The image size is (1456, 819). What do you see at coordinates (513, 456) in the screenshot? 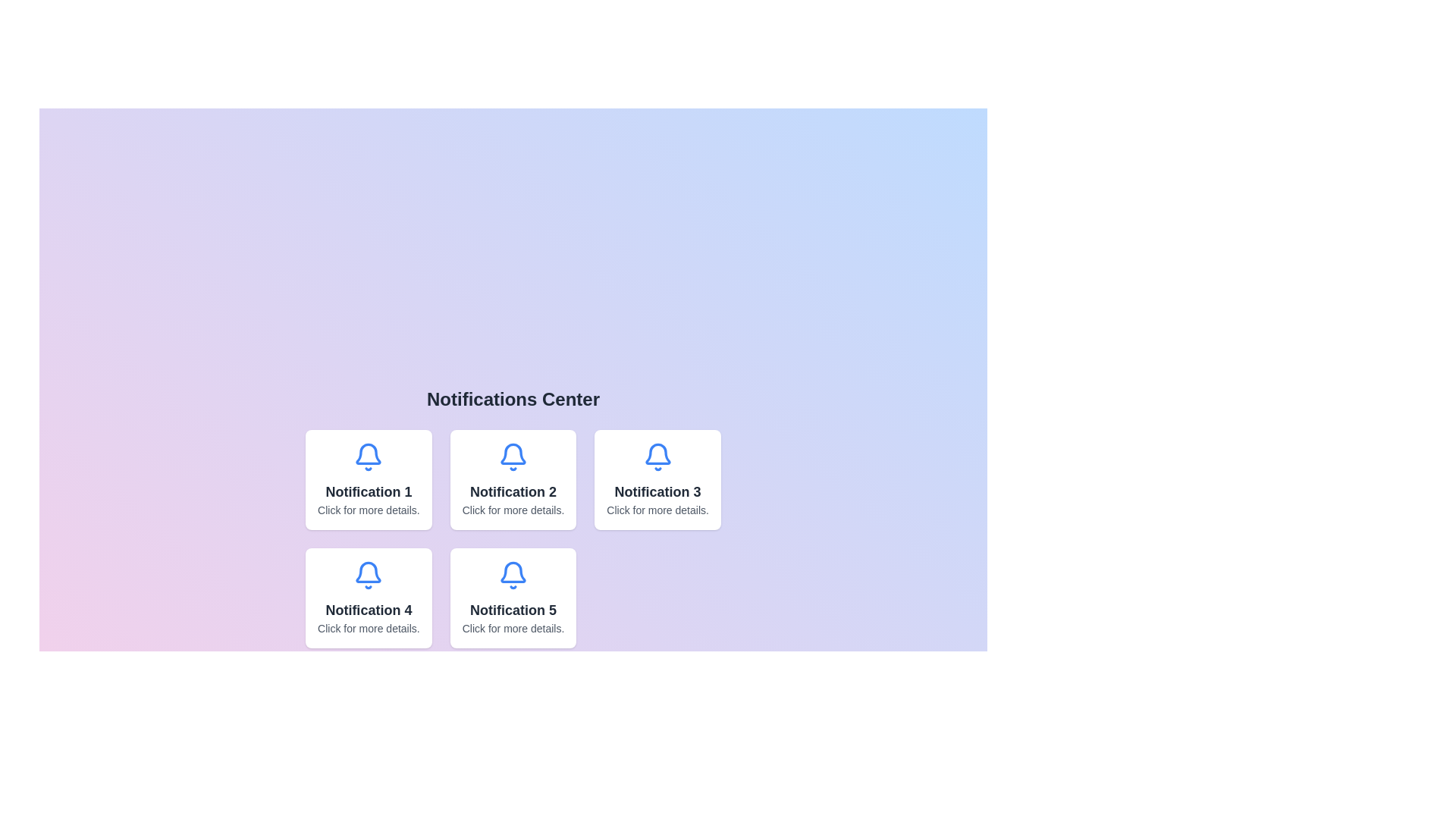
I see `the blue bell-shaped notification icon located in the second column of the first row of the Notifications Center grid, positioned above the 'Notification 2' text label` at bounding box center [513, 456].